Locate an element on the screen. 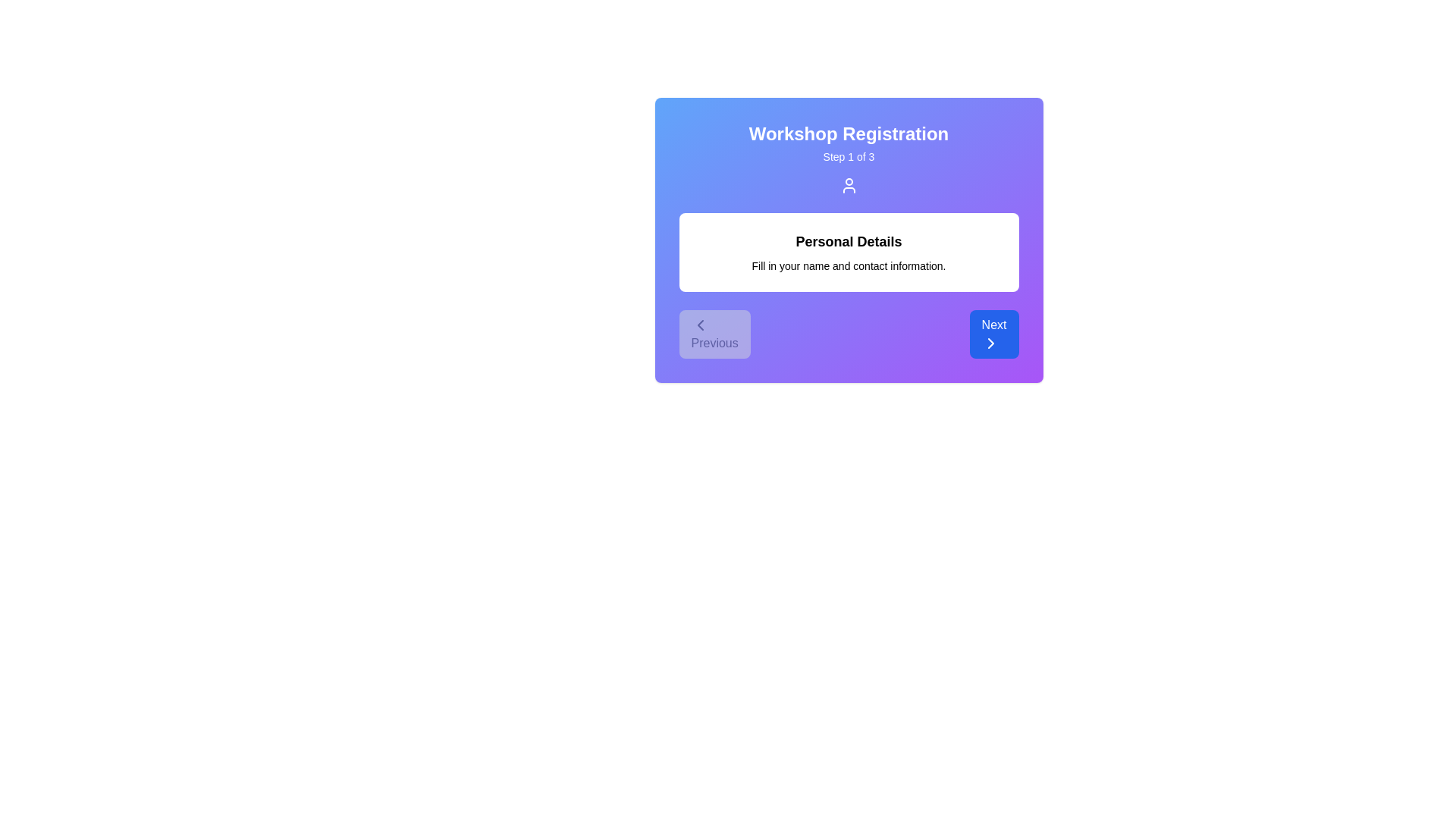 The width and height of the screenshot is (1456, 819). the 'Previous' button located at the bottom-left corner of the workshop registration card, which allows navigation to the previous step in a multi-step process is located at coordinates (714, 333).